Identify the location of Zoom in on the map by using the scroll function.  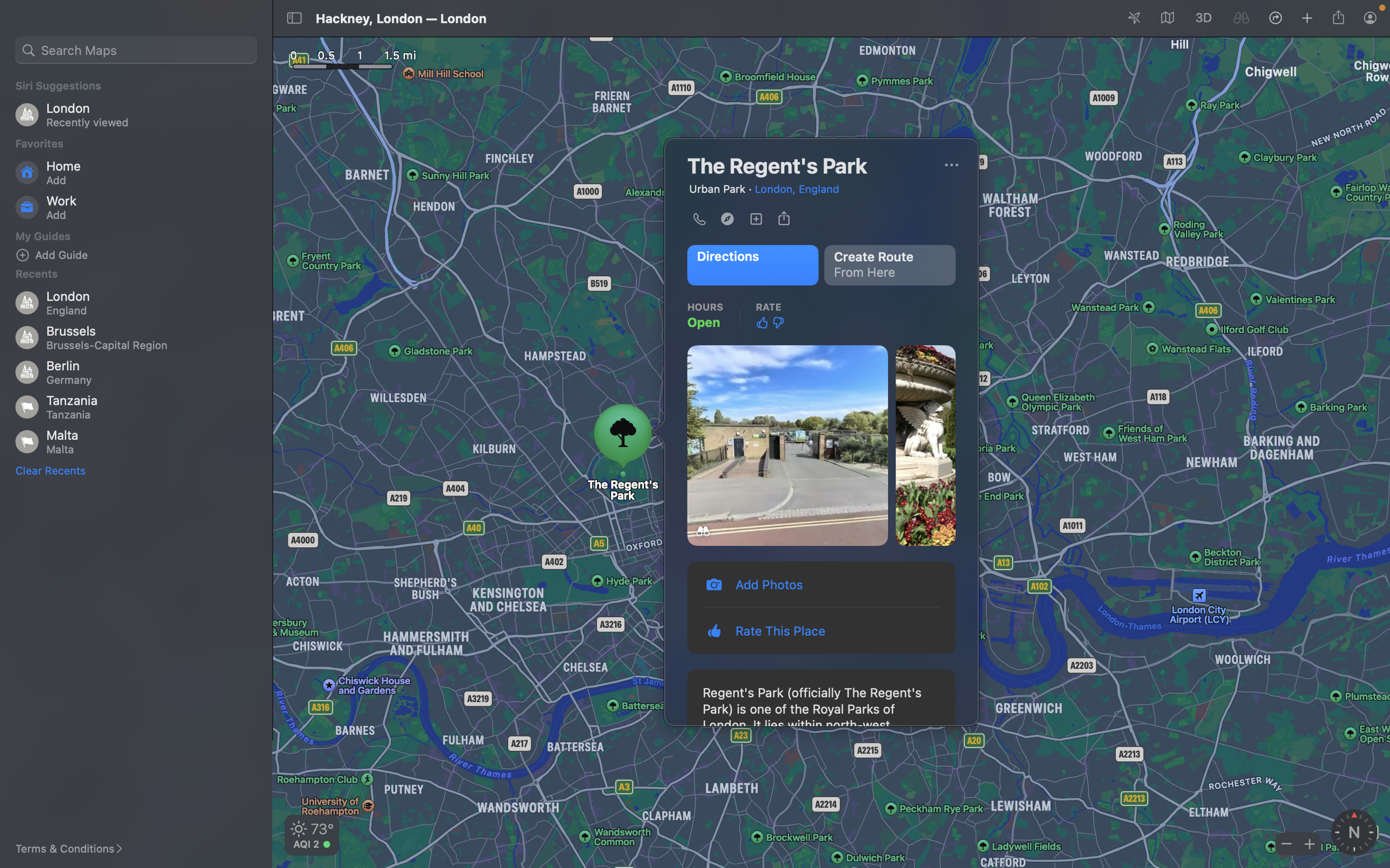
(2366475, 810278).